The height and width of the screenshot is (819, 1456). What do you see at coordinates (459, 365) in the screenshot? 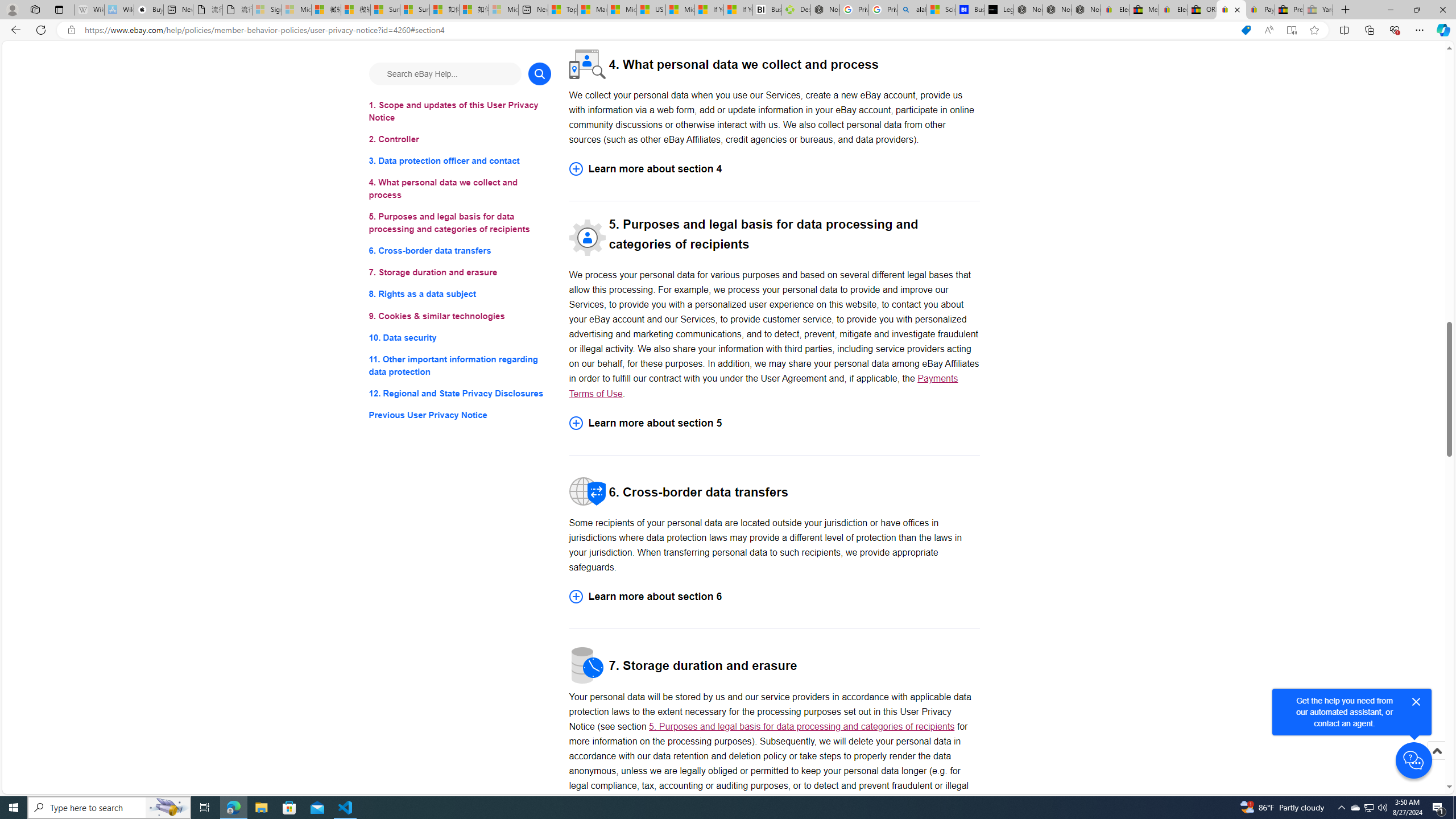
I see `'11. Other important information regarding data protection'` at bounding box center [459, 365].